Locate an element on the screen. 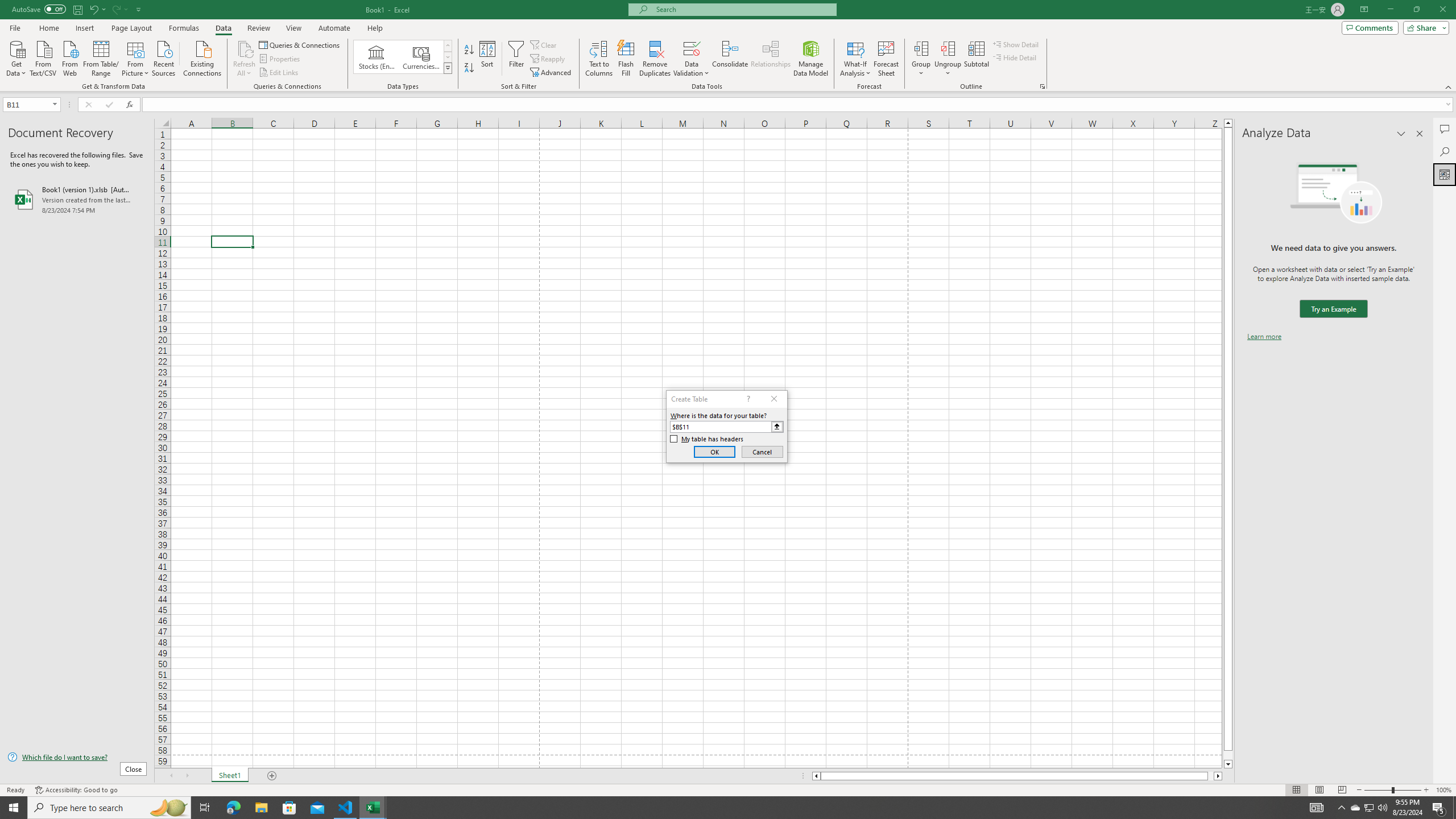 This screenshot has width=1456, height=819. 'Stocks (English)' is located at coordinates (375, 56).